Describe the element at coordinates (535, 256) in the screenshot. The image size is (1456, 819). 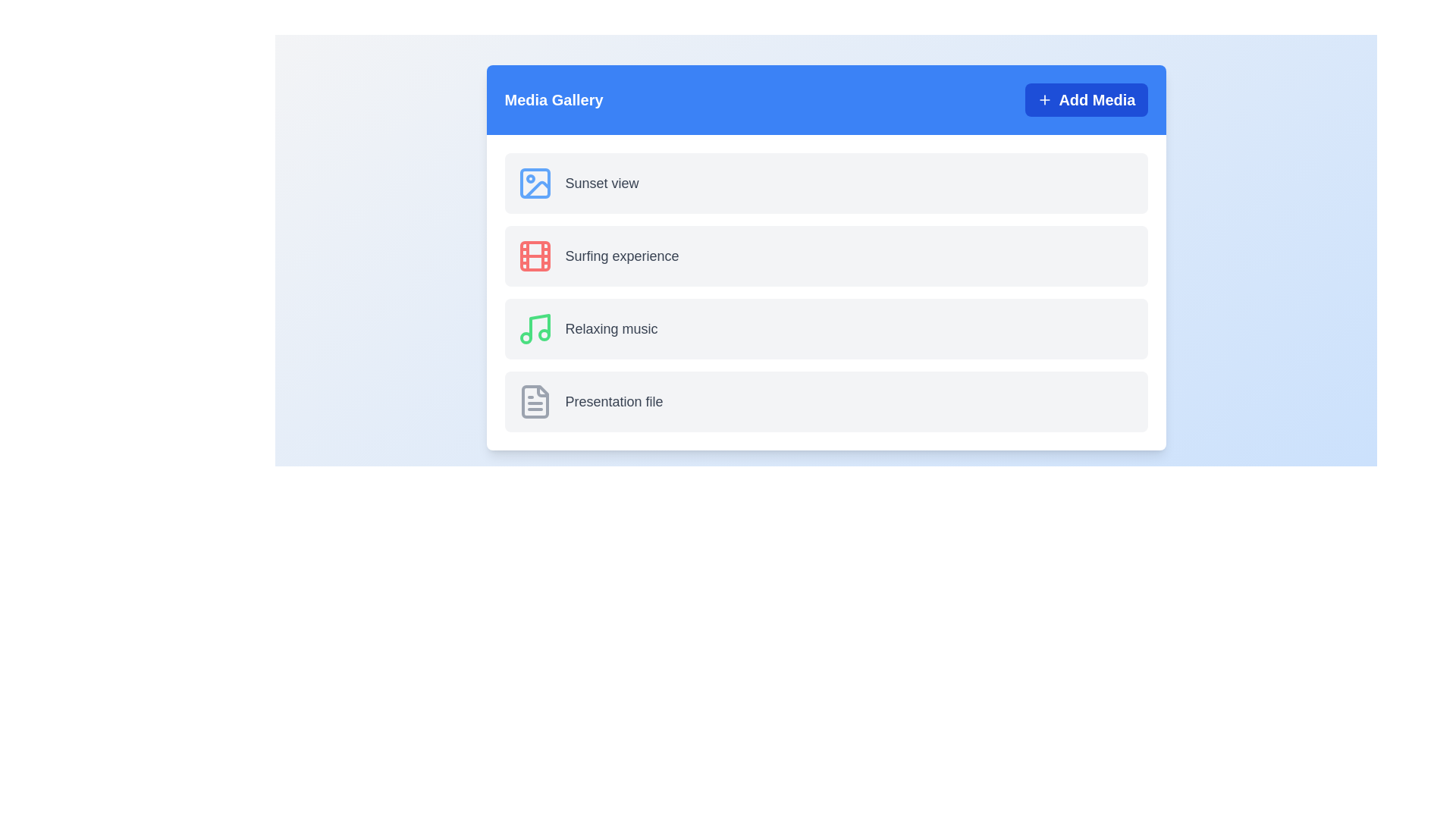
I see `the central rectangular component of the film strip icon associated with the 'Surfing experience' entry in the 'Media Gallery' interface` at that location.